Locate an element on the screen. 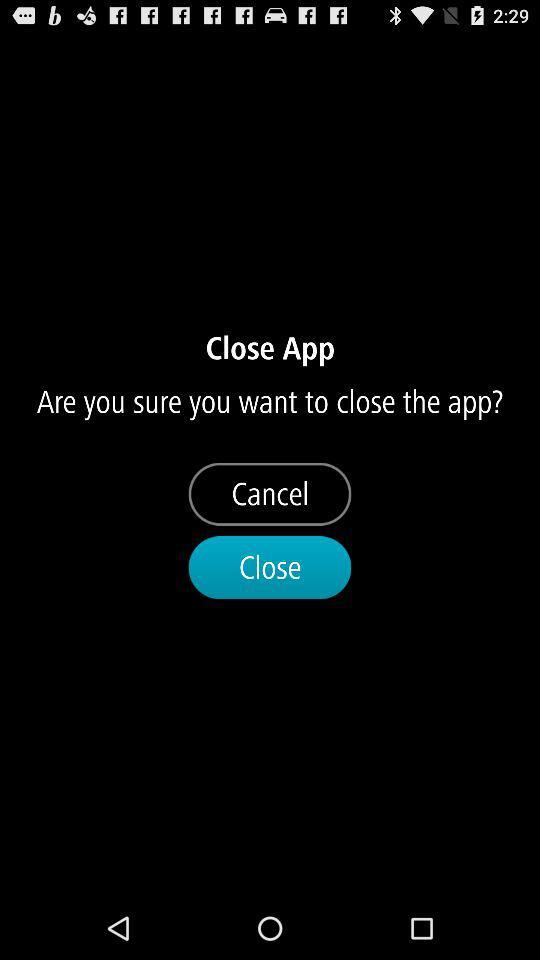  icon below the are you sure item is located at coordinates (270, 493).